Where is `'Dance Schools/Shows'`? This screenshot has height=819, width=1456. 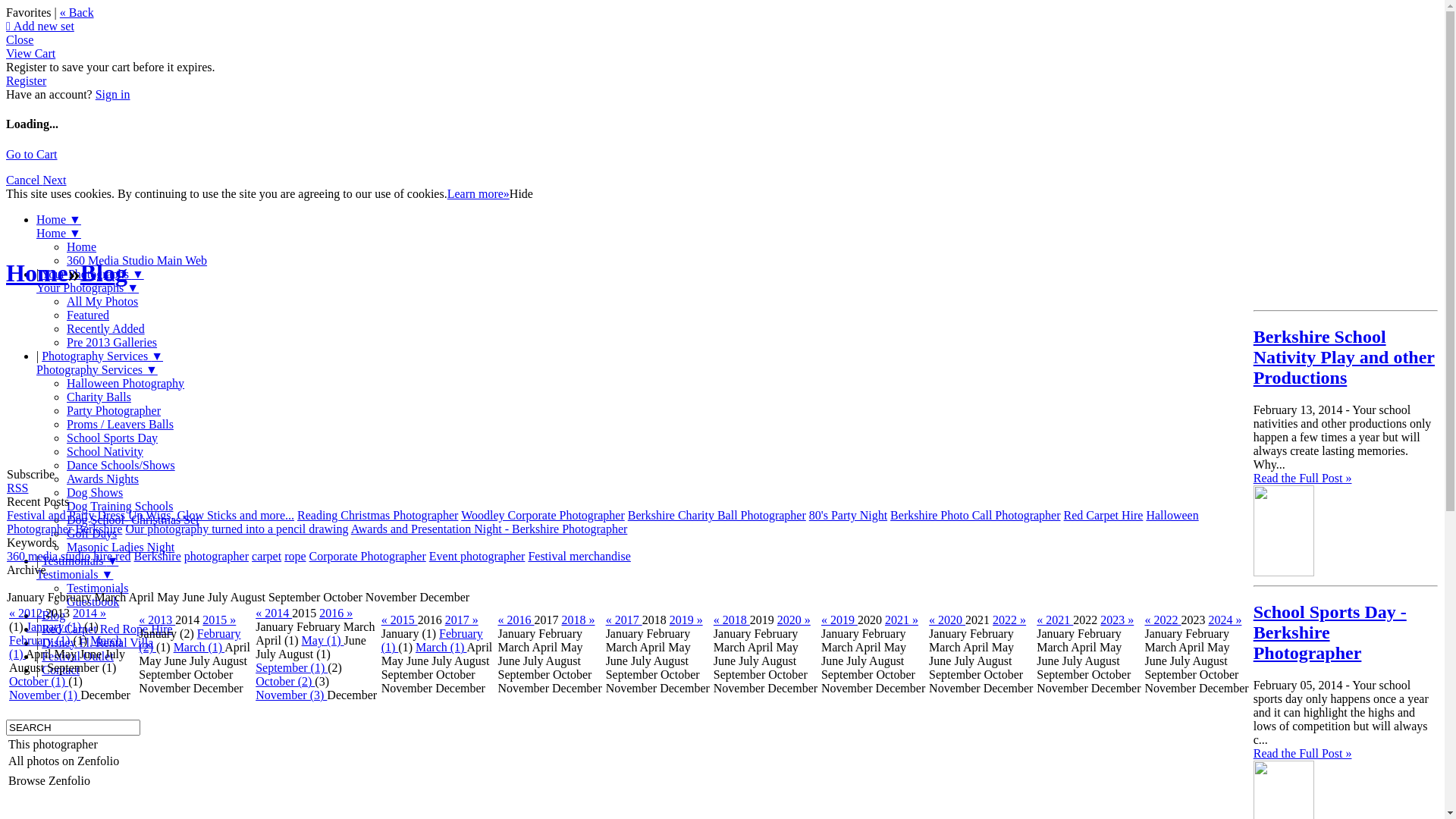
'Dance Schools/Shows' is located at coordinates (120, 464).